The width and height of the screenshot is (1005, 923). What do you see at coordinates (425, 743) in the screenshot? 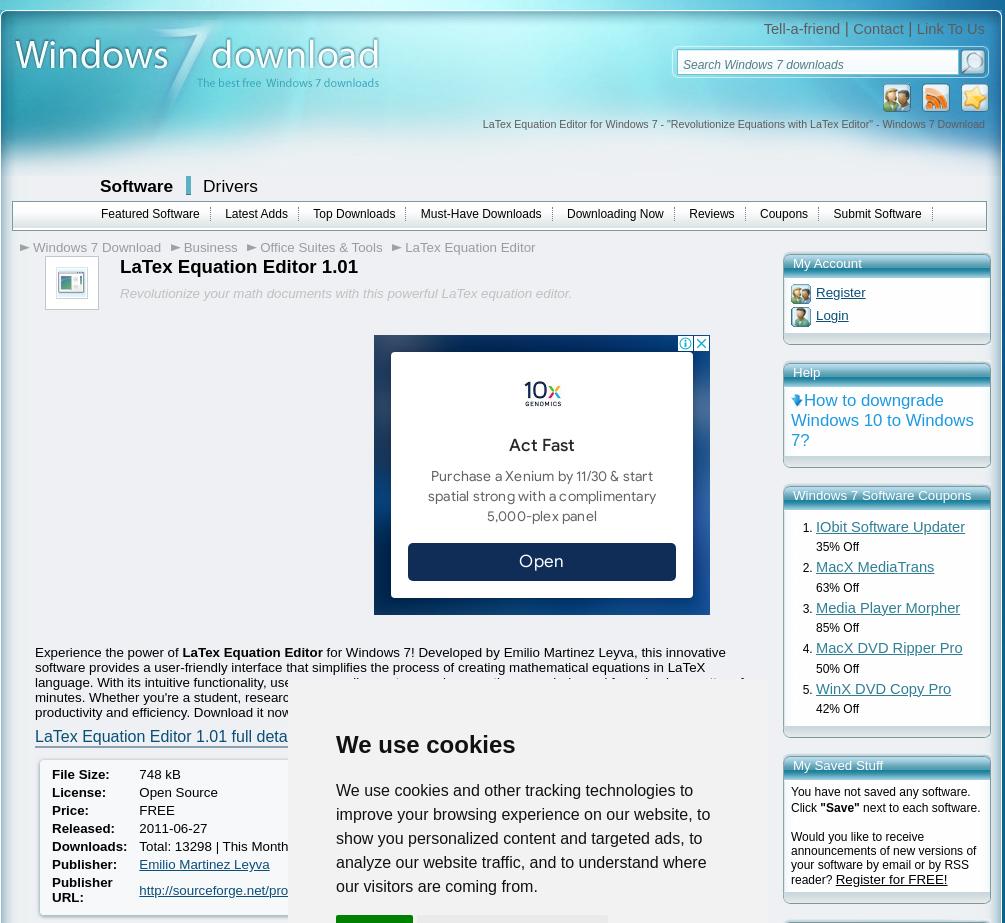
I see `'We use cookies'` at bounding box center [425, 743].